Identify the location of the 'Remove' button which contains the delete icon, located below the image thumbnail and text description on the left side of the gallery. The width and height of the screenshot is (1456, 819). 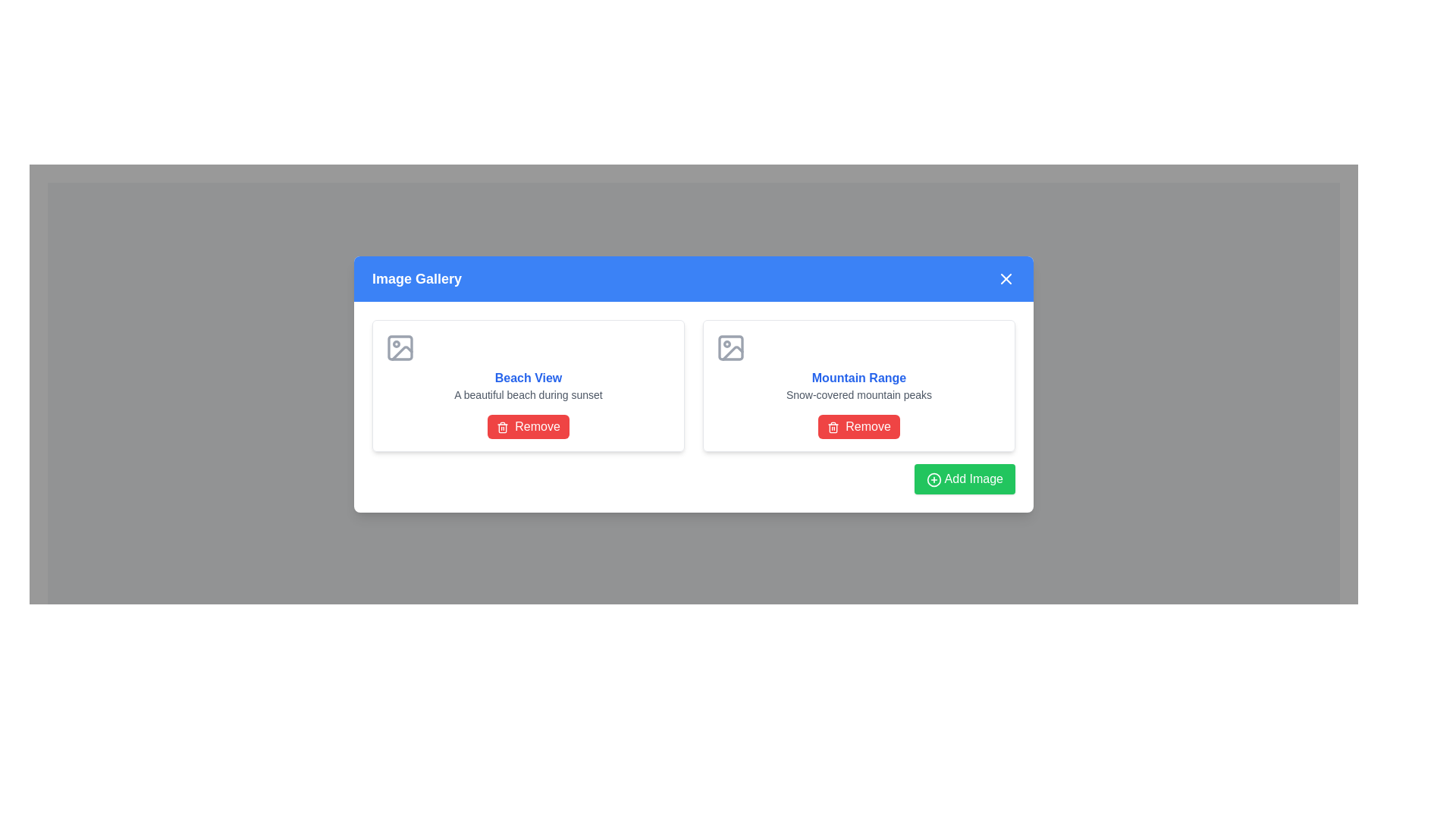
(833, 427).